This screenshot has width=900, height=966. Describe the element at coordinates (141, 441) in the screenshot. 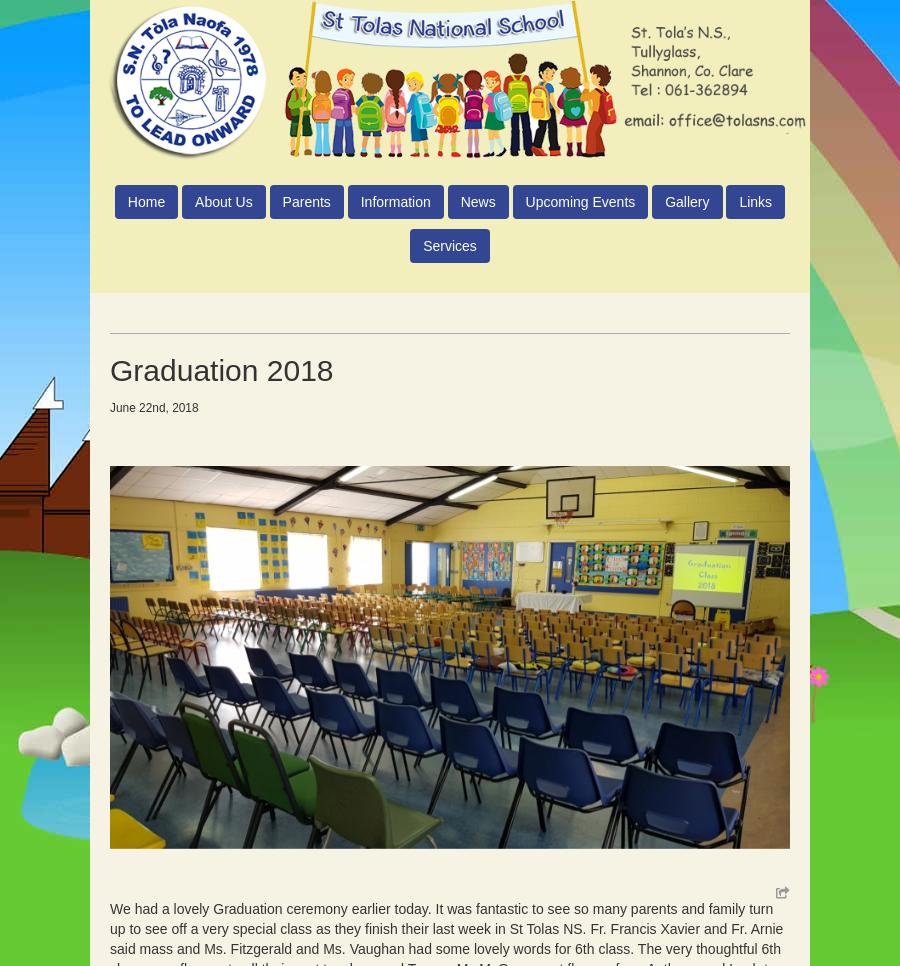

I see `'38'` at that location.